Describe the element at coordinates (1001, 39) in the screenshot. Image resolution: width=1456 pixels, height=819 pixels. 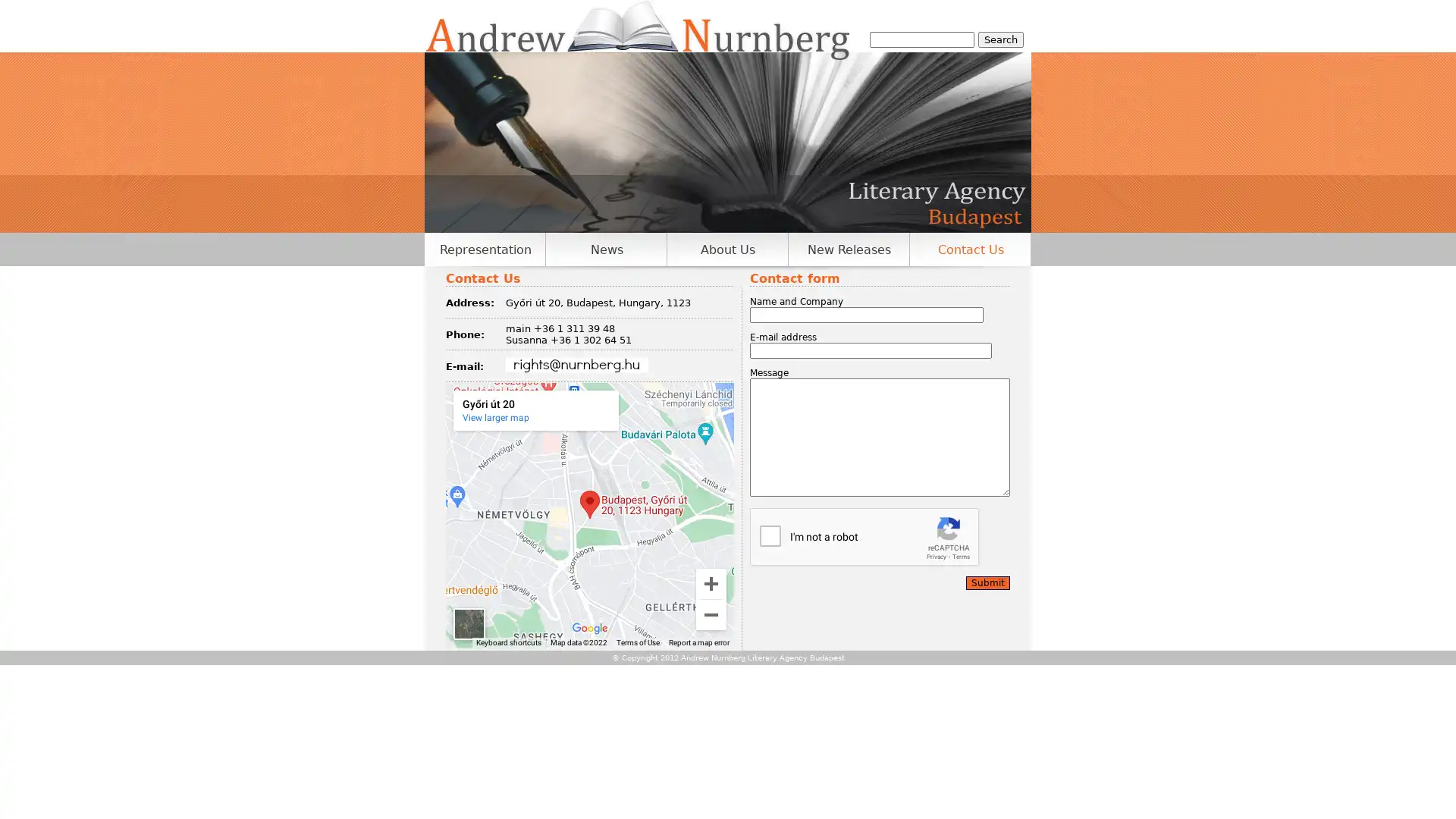
I see `Search` at that location.